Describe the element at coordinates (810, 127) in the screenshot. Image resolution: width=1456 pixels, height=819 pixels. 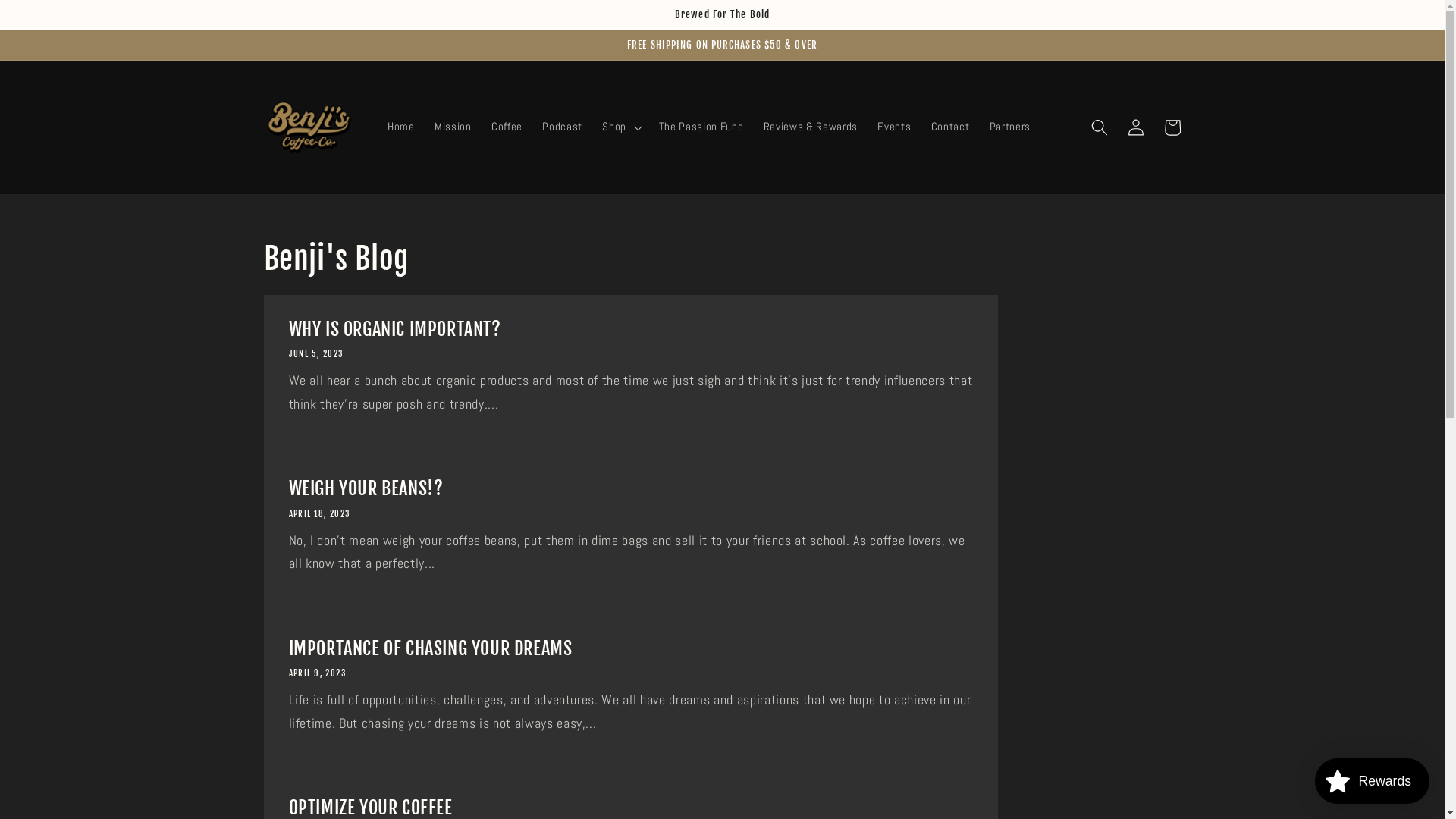
I see `'Reviews & Rewards'` at that location.